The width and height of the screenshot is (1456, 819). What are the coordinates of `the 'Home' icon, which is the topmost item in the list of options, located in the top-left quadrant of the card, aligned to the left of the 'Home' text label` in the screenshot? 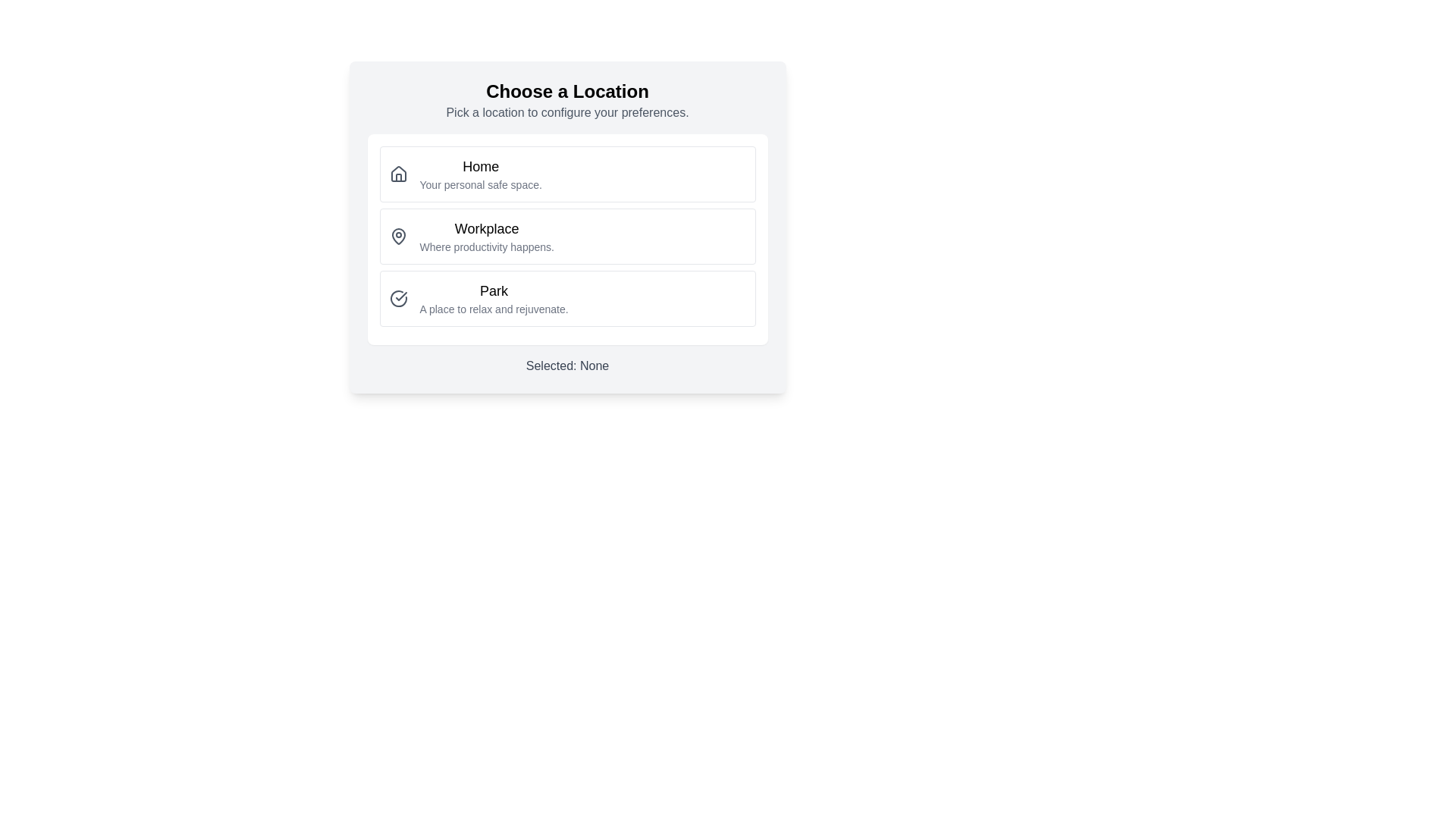 It's located at (398, 174).